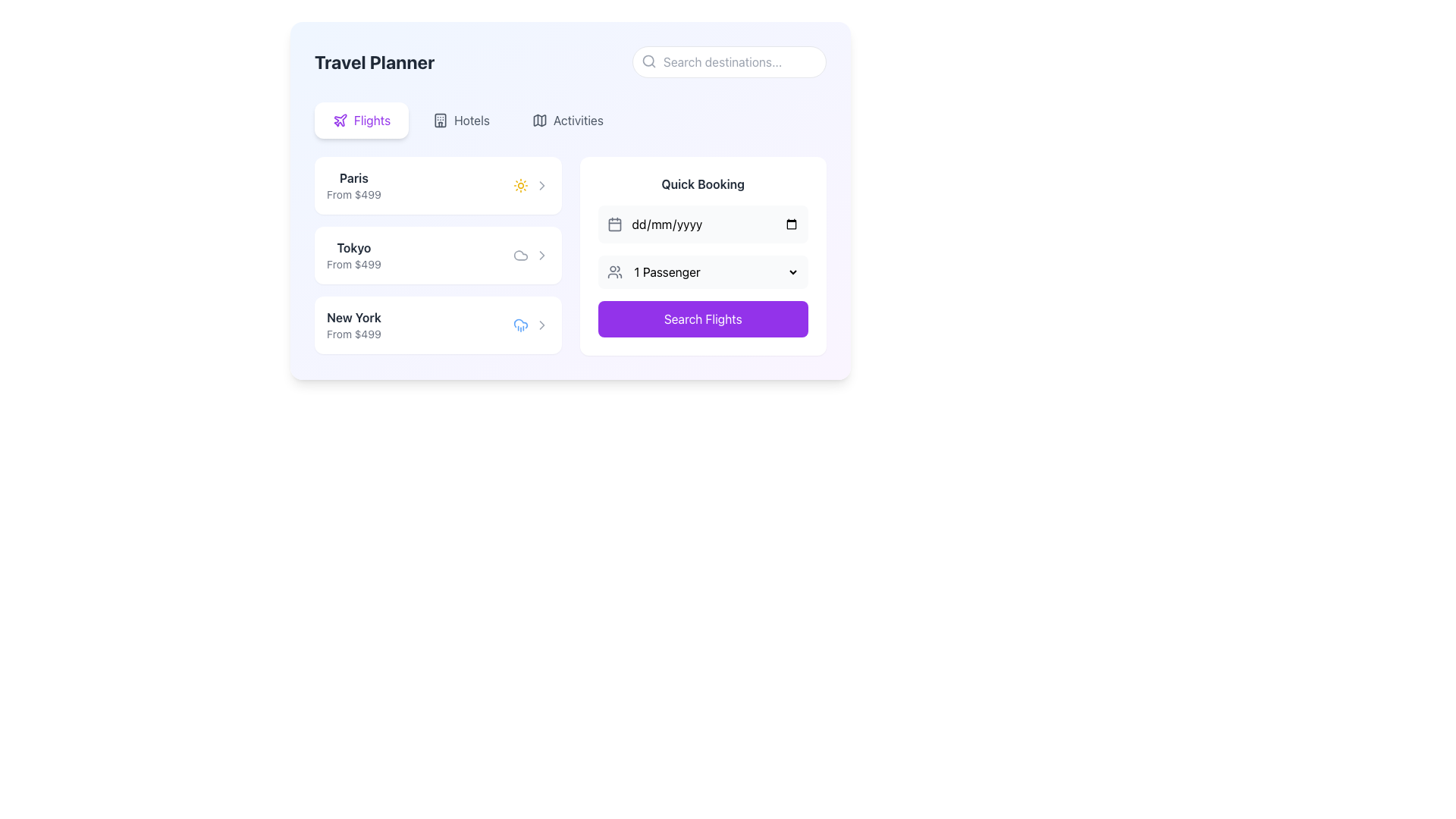  Describe the element at coordinates (614, 271) in the screenshot. I see `the small gray icon depicting a group of people located beside the '1 Passenger' text in the Quick Booking section` at that location.